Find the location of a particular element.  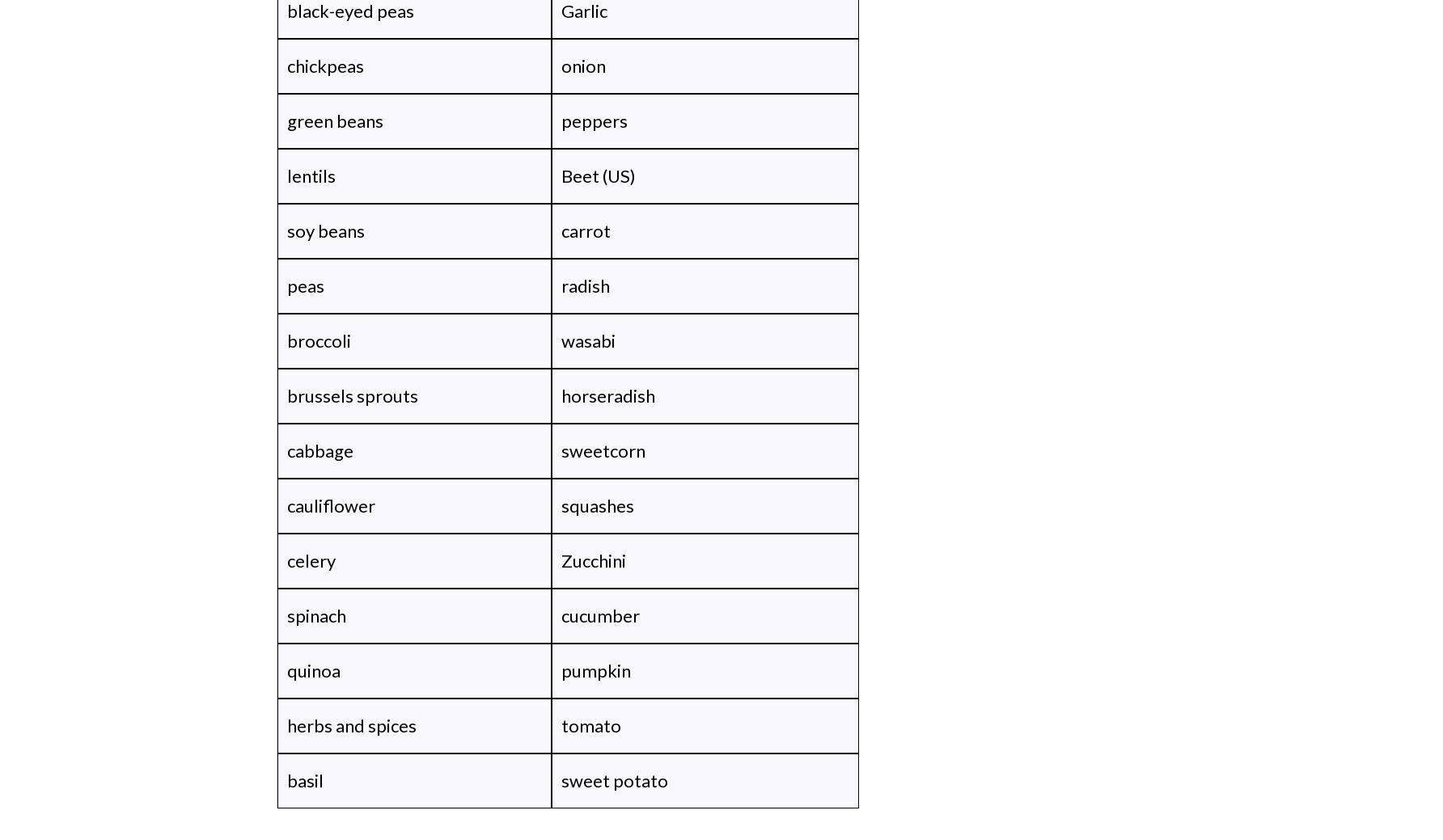

'lentils' is located at coordinates (310, 175).